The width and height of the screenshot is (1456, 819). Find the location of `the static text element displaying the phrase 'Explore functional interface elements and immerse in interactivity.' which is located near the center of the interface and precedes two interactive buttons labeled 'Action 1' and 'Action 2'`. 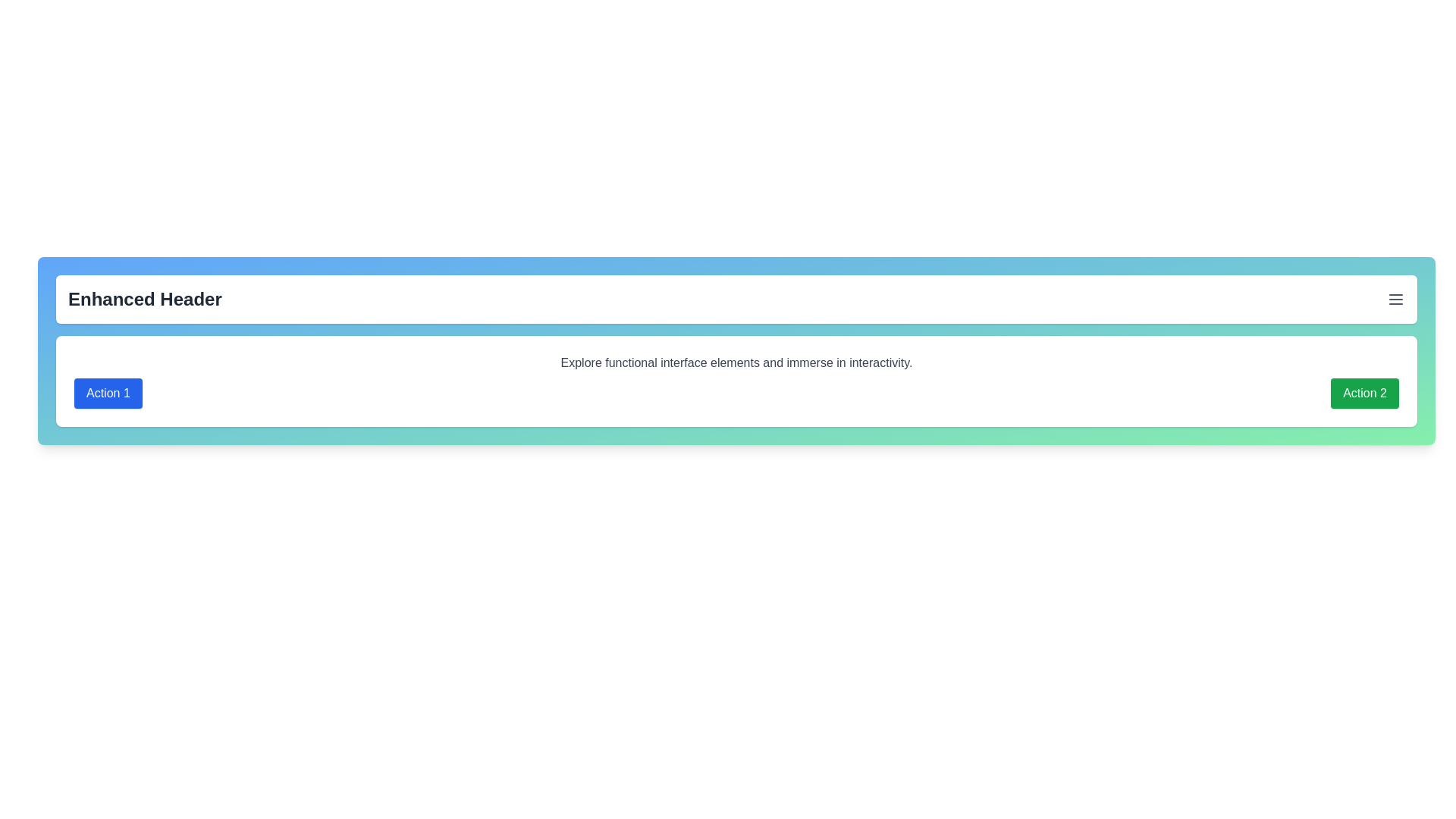

the static text element displaying the phrase 'Explore functional interface elements and immerse in interactivity.' which is located near the center of the interface and precedes two interactive buttons labeled 'Action 1' and 'Action 2' is located at coordinates (736, 362).